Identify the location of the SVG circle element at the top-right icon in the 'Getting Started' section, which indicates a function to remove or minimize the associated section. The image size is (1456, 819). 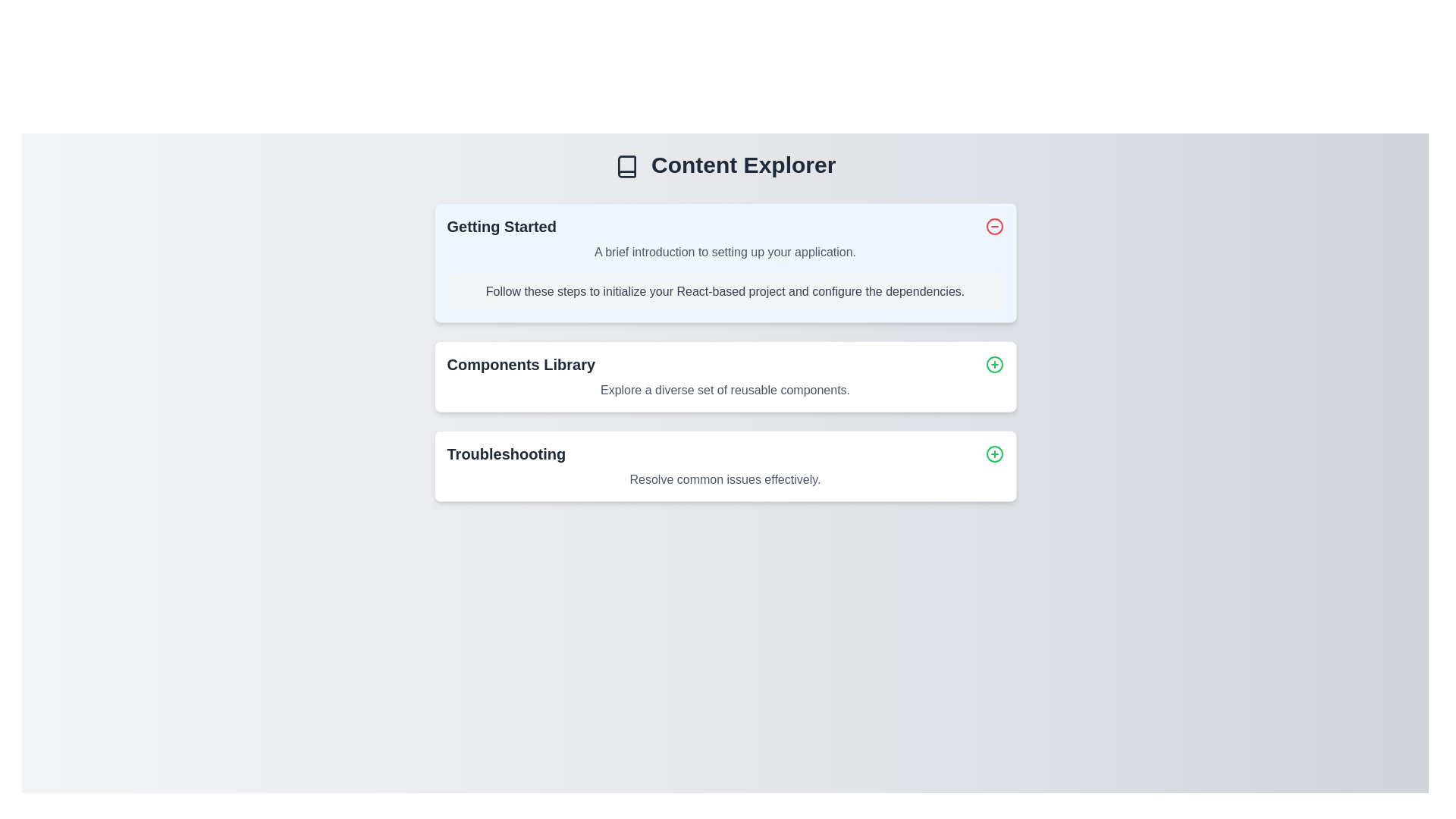
(994, 227).